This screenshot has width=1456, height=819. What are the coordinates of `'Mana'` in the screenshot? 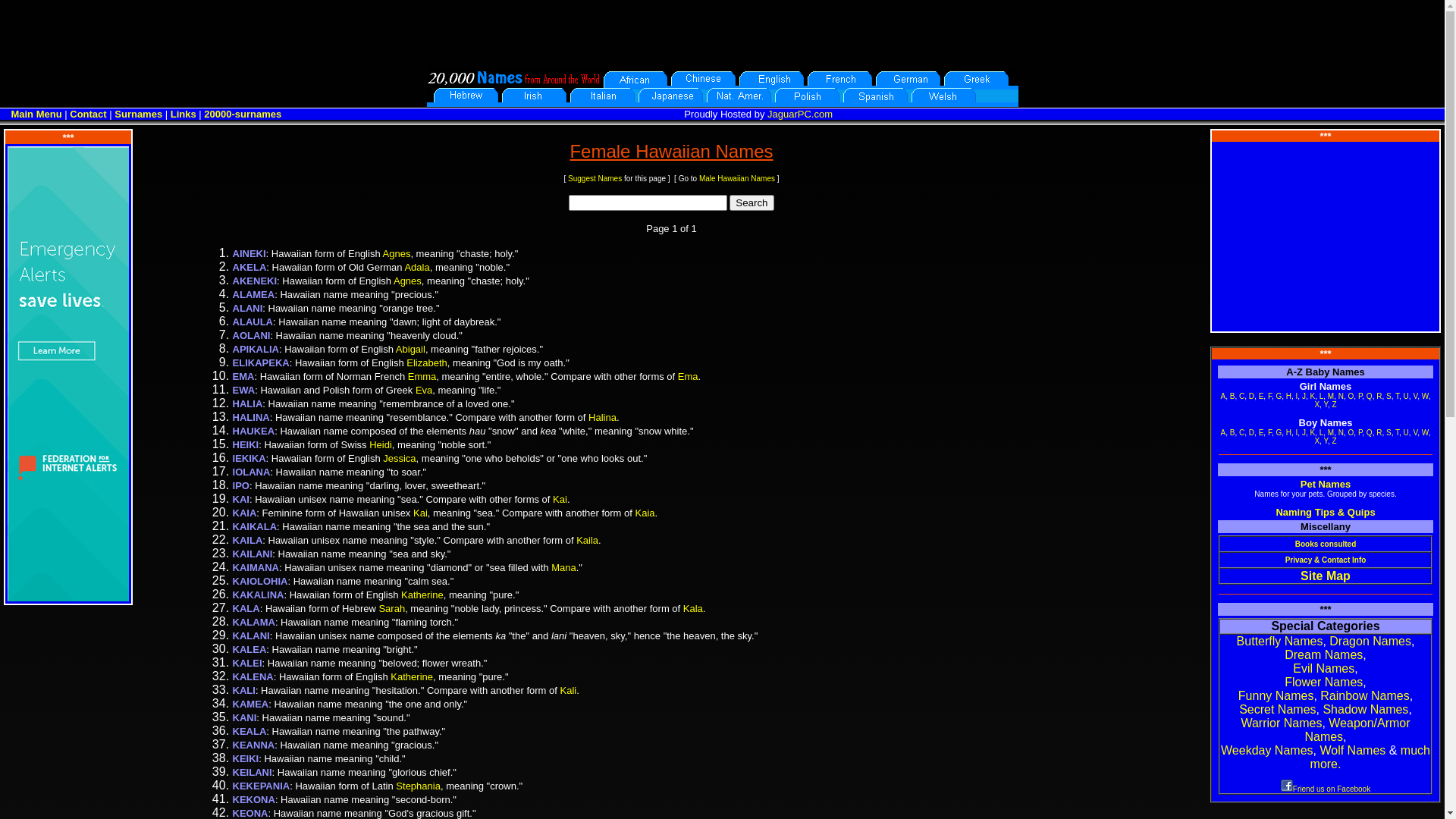 It's located at (563, 567).